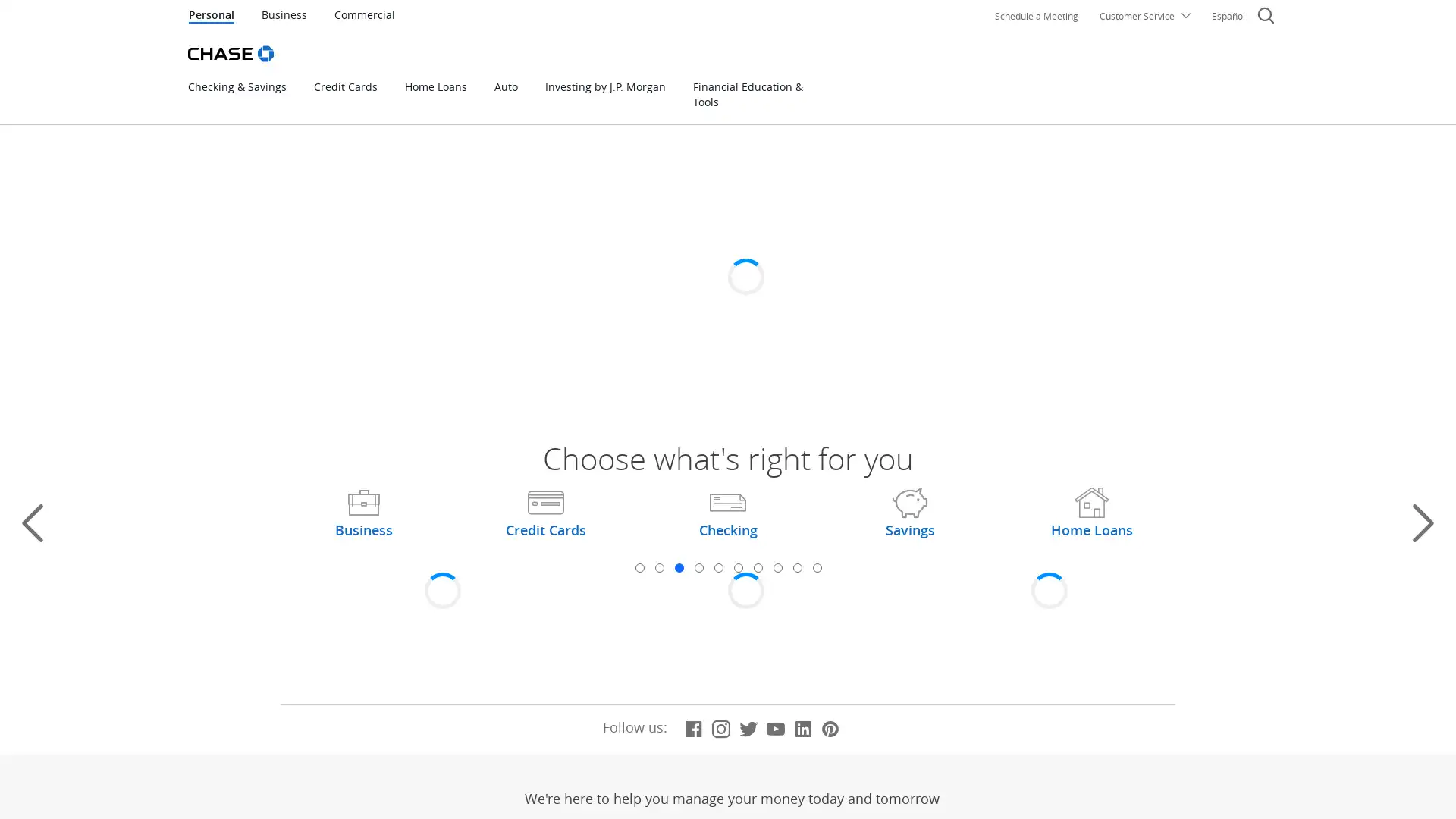 This screenshot has width=1456, height=819. Describe the element at coordinates (677, 567) in the screenshot. I see `Slide 3 of 10, selected` at that location.